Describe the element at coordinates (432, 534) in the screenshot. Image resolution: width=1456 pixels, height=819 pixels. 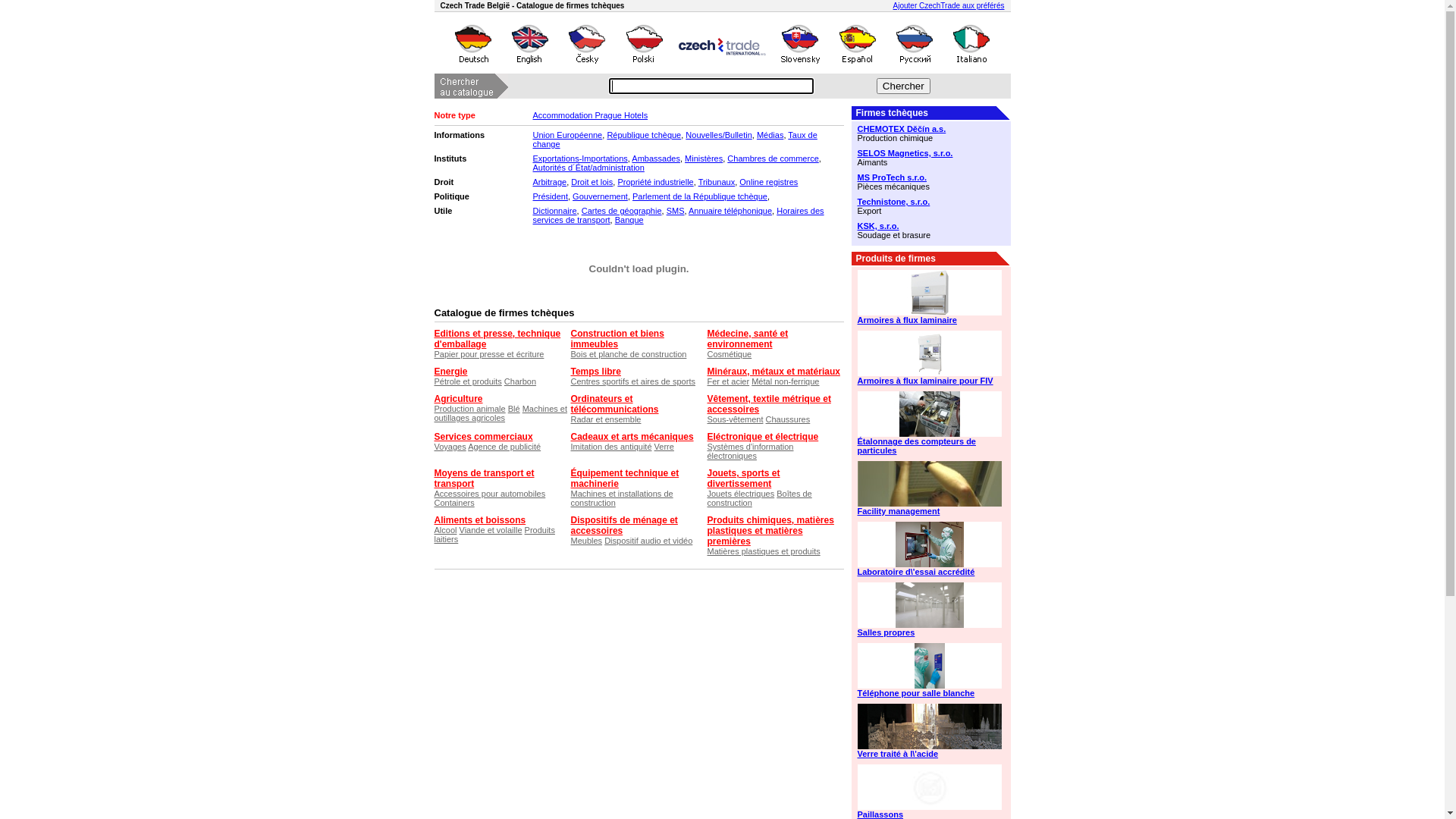
I see `'Produits laitiers'` at that location.